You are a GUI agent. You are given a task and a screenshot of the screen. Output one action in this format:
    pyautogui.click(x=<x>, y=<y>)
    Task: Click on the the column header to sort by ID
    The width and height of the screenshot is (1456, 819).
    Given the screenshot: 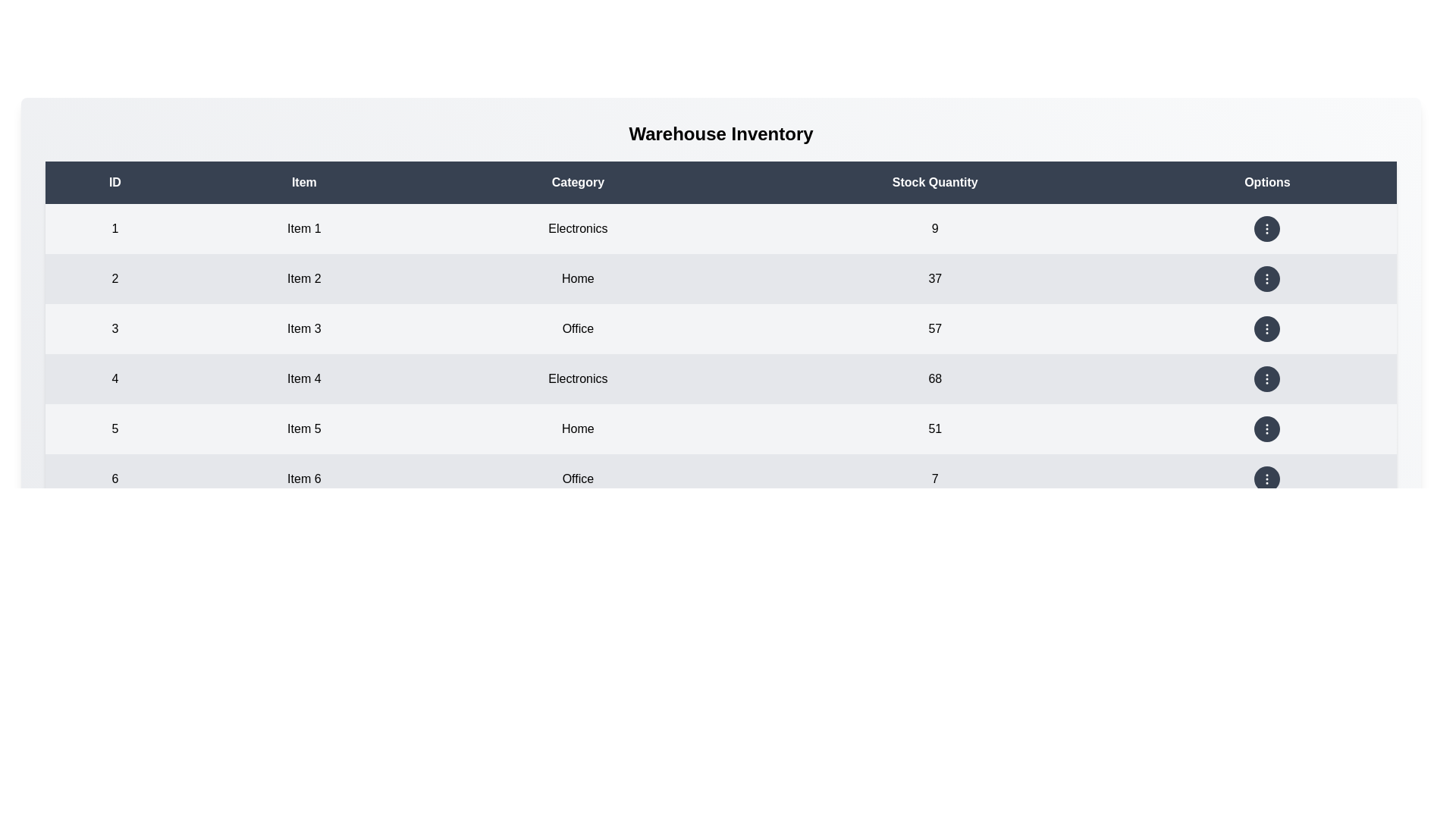 What is the action you would take?
    pyautogui.click(x=113, y=181)
    